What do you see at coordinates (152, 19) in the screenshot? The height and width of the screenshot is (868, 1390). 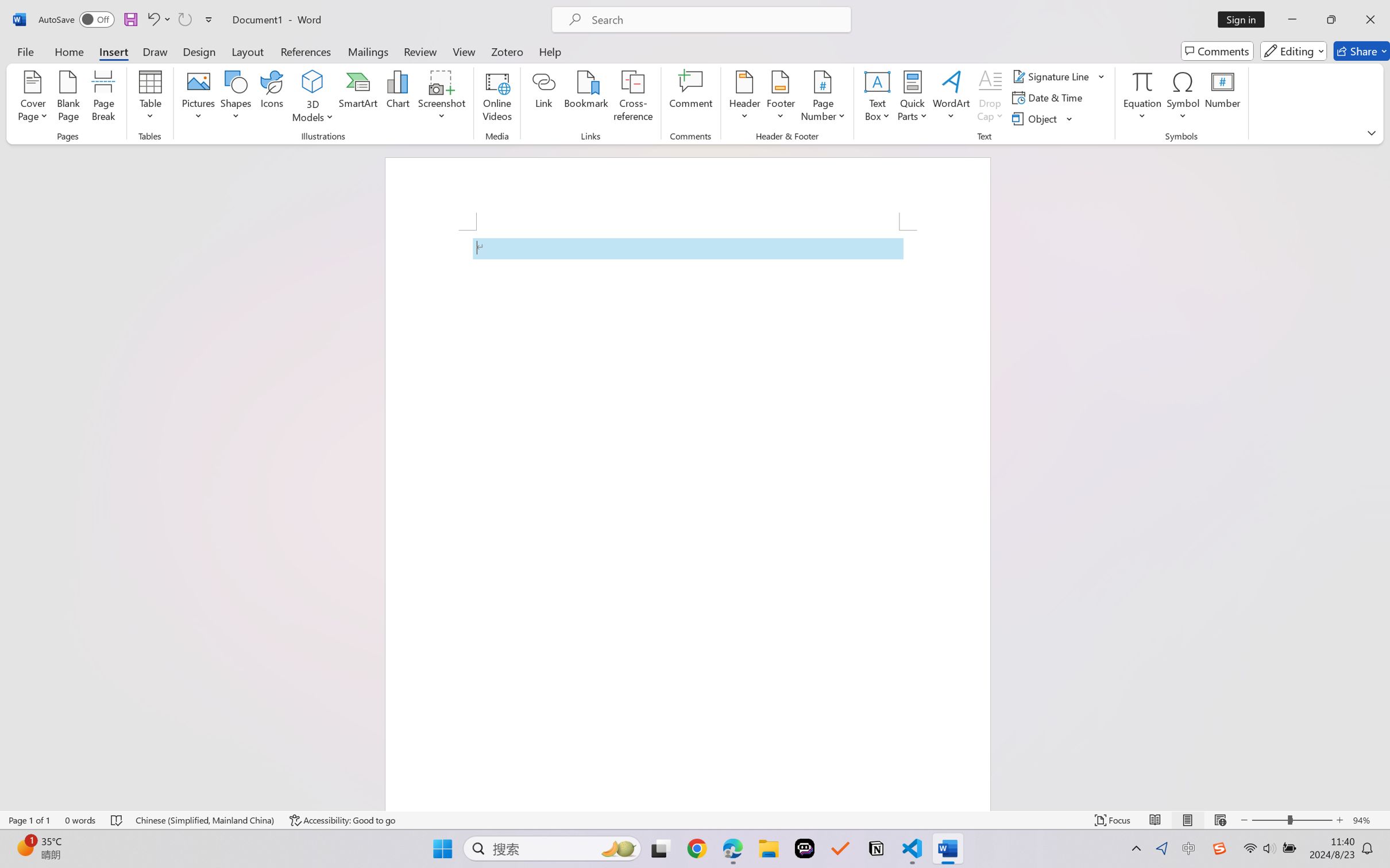 I see `'Undo Apply Quick Style'` at bounding box center [152, 19].